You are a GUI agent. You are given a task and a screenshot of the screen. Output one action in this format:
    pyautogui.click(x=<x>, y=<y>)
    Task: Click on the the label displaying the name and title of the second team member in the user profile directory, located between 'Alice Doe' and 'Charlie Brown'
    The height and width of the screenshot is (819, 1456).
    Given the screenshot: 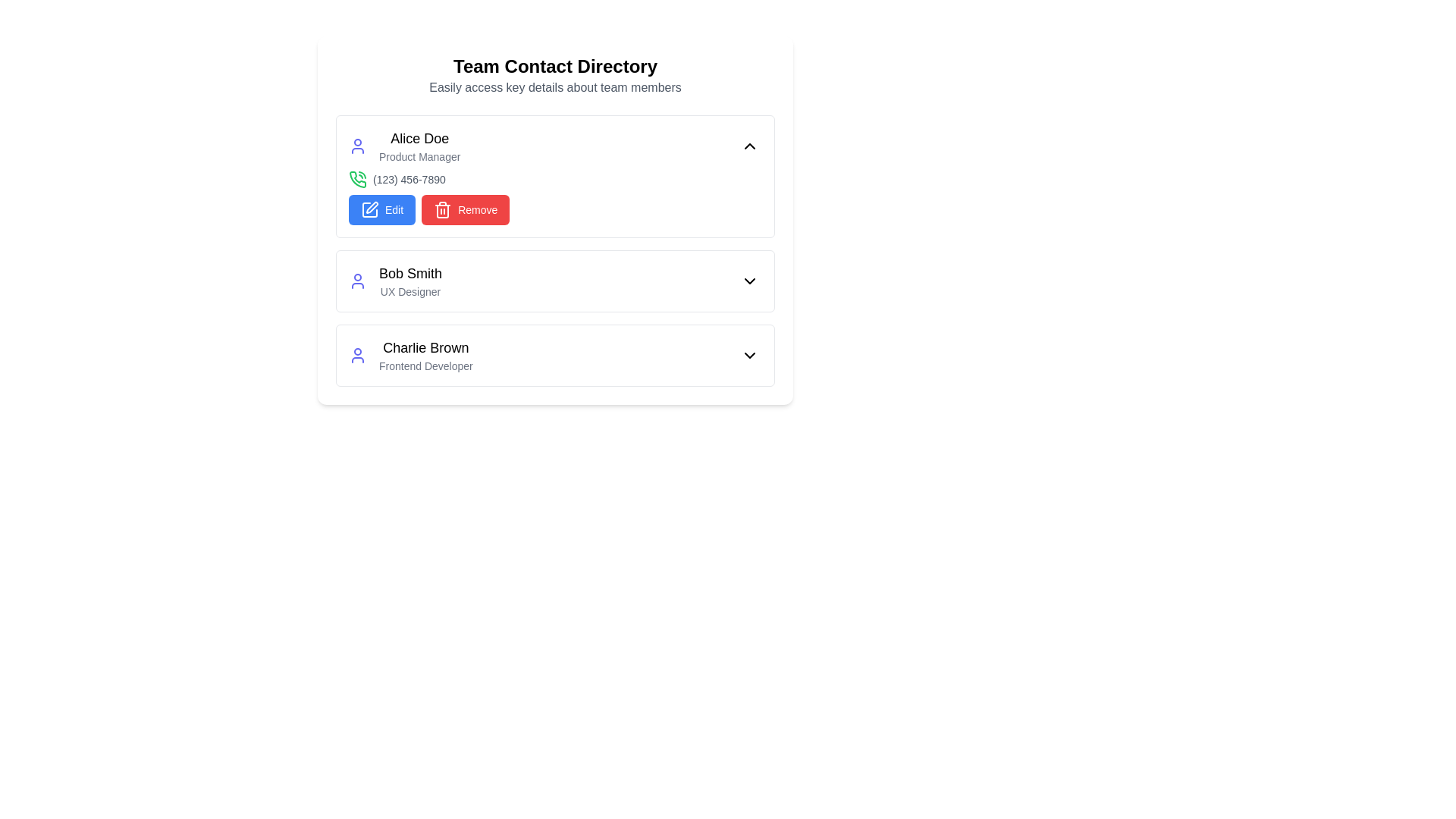 What is the action you would take?
    pyautogui.click(x=395, y=281)
    